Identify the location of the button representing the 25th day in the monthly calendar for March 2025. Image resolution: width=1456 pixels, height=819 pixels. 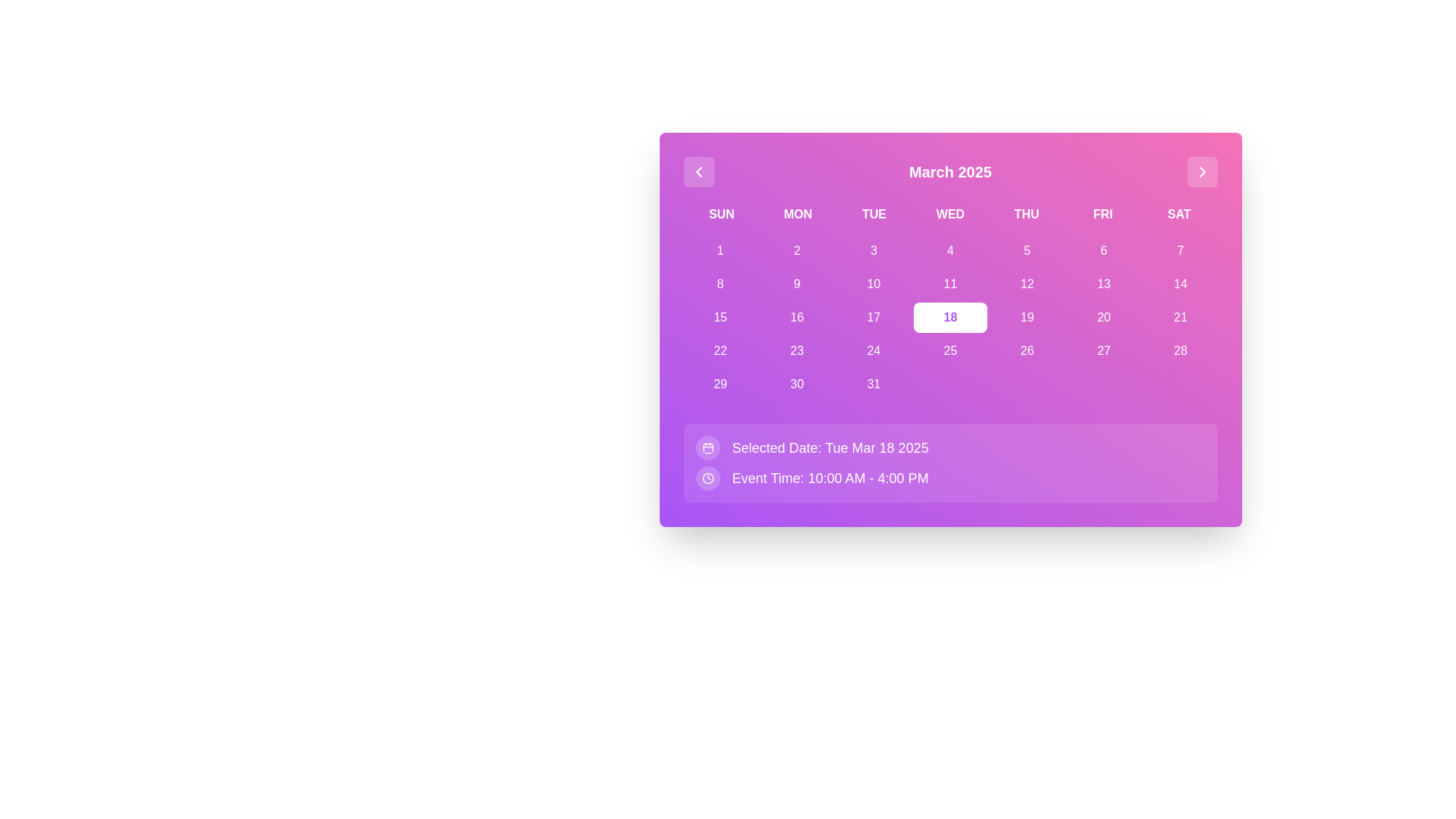
(949, 350).